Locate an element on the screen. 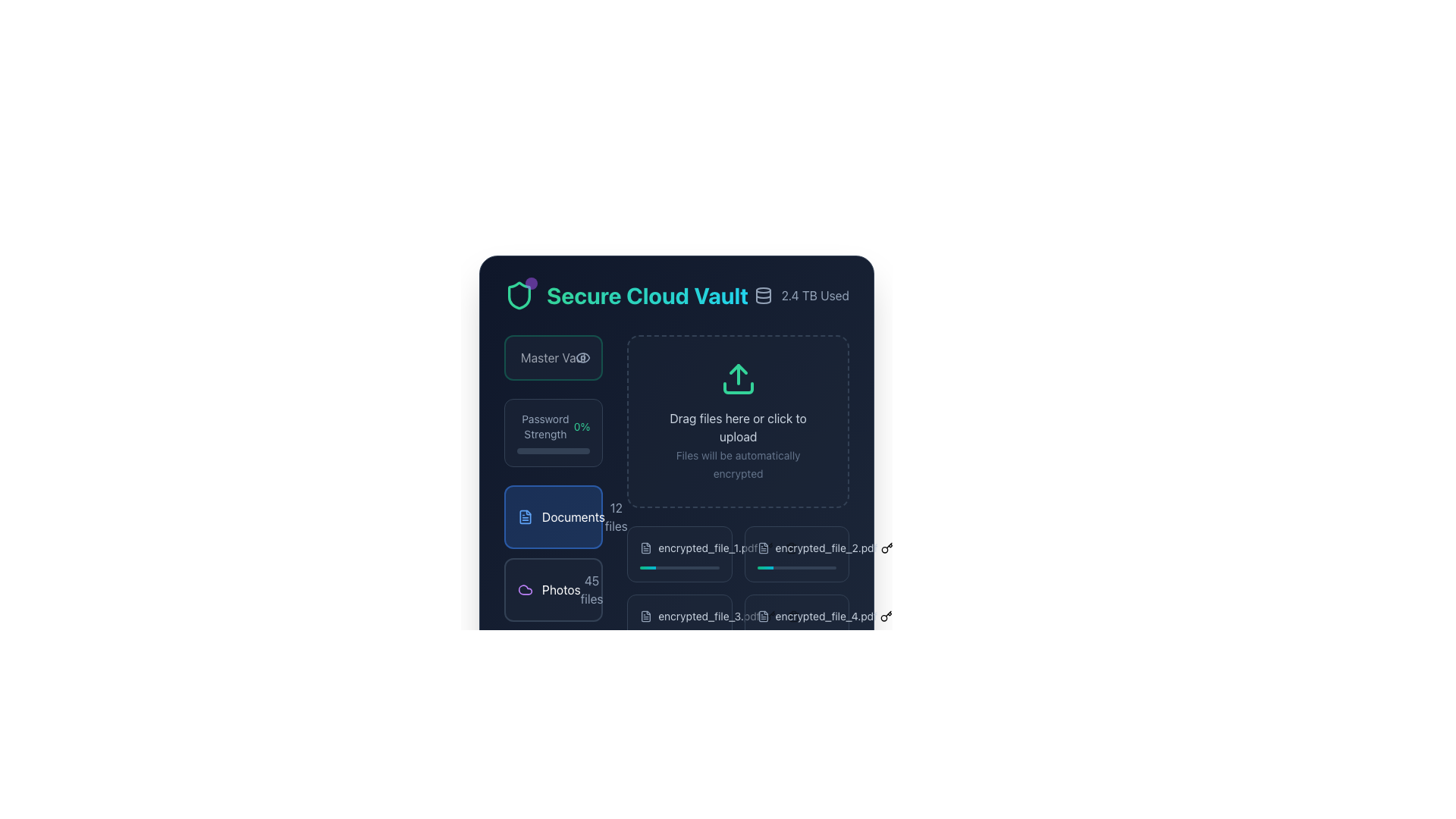 Image resolution: width=1456 pixels, height=819 pixels. the progress bar segment representing part of the progress for 'encrypted_file_2.pdf', which is styled with a gradient color transition from emerald green to cyan, located near the bottom of the interface is located at coordinates (789, 567).